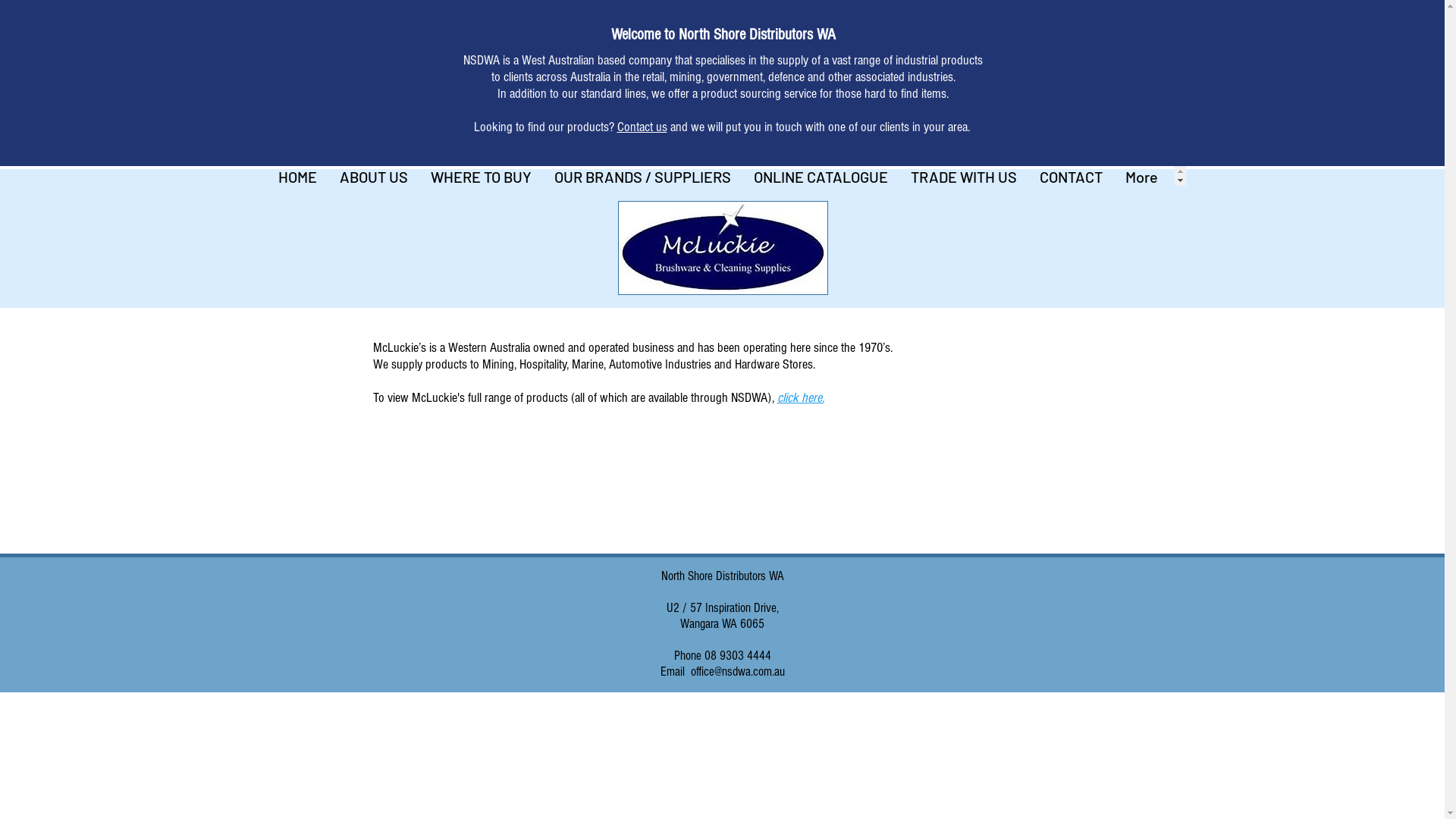 The height and width of the screenshot is (819, 1456). Describe the element at coordinates (819, 174) in the screenshot. I see `'ONLINE CATALOGUE'` at that location.